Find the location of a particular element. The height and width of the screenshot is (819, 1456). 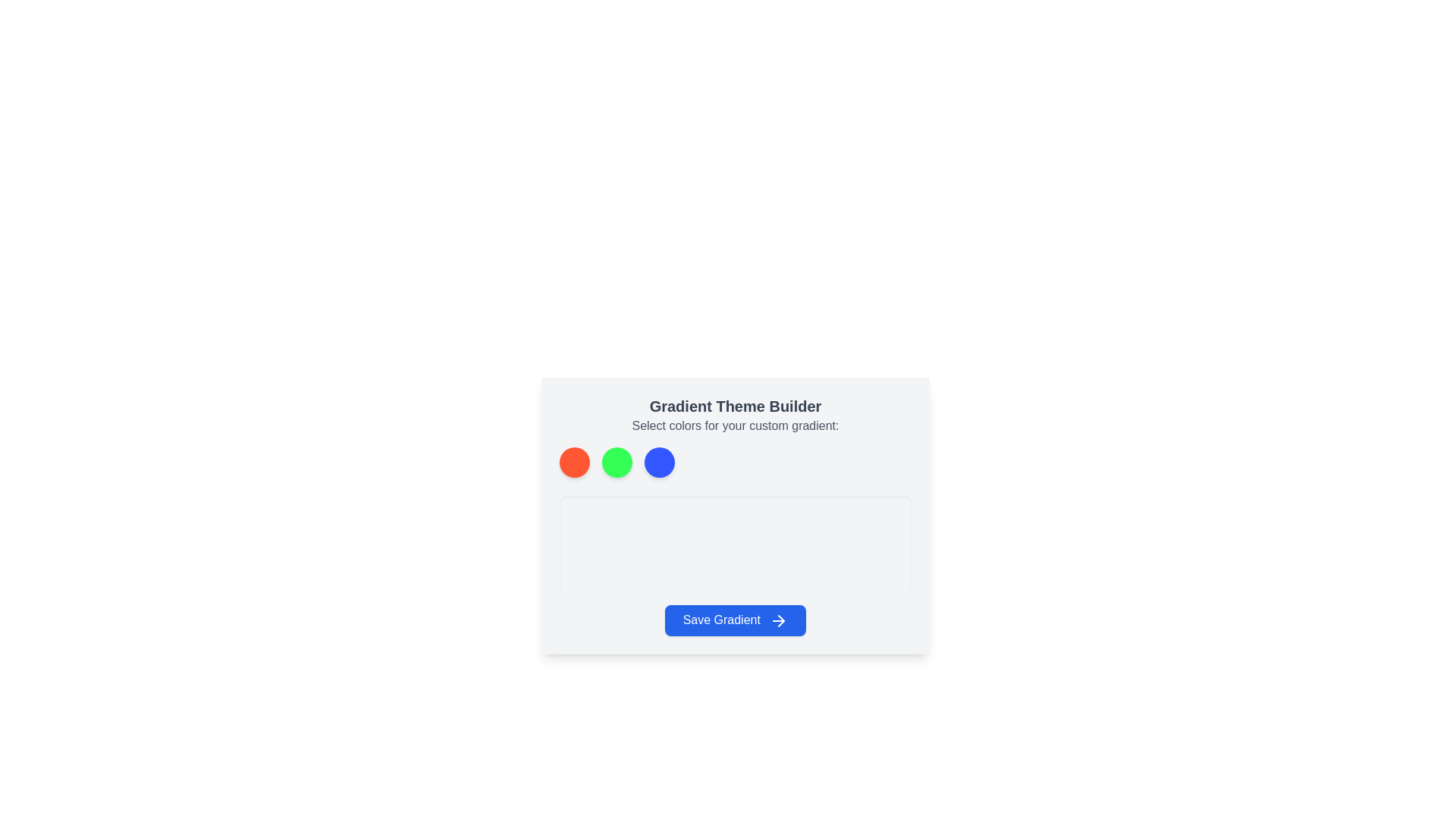

the static text element that provides instructions for the color options in the Gradient Theme Builder, which is positioned directly below the title and above the color buttons is located at coordinates (735, 426).